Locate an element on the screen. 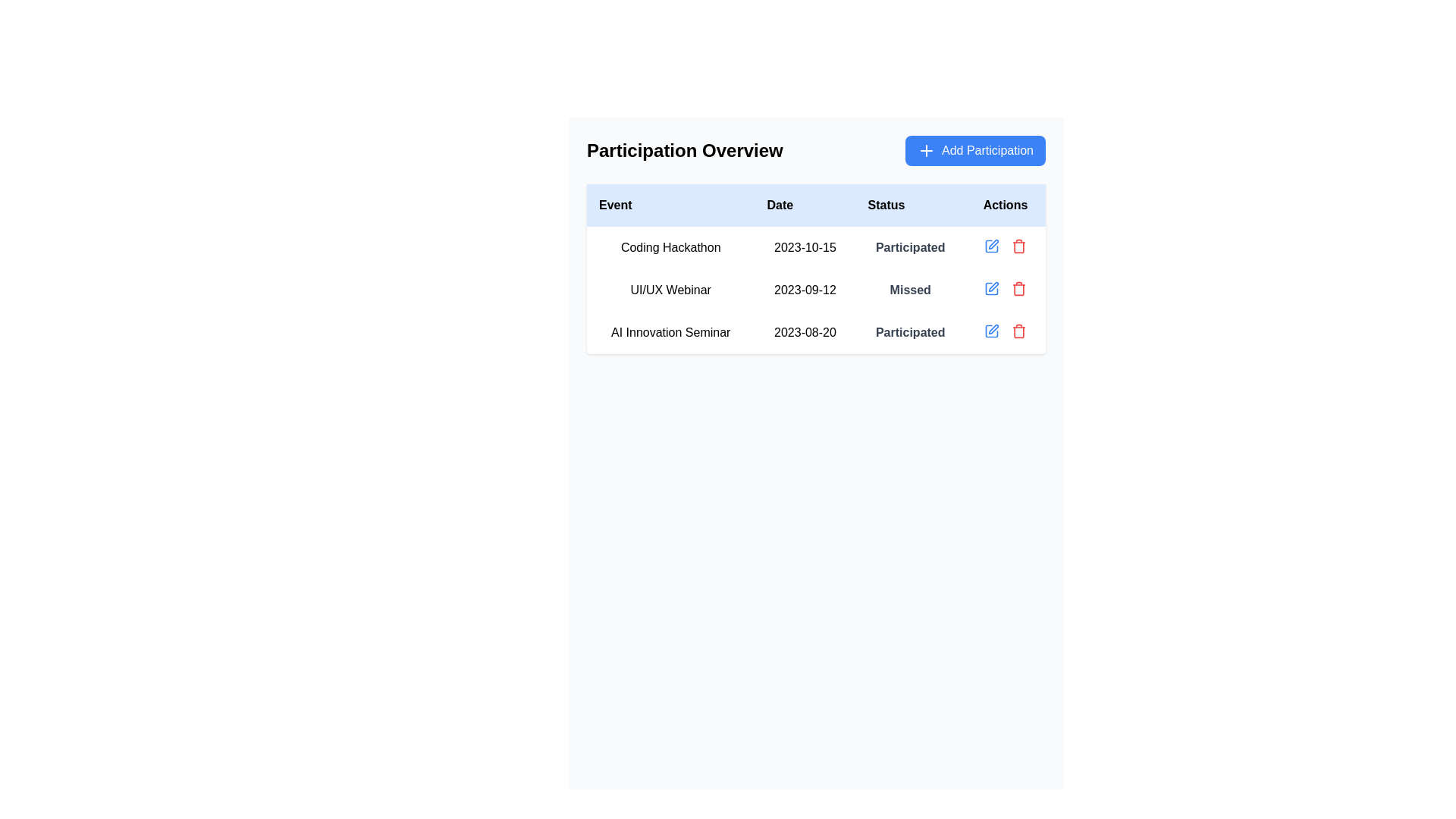  the static text label displaying 'Coding Hackathon', located in the first row under the 'Event' column of the table is located at coordinates (670, 247).